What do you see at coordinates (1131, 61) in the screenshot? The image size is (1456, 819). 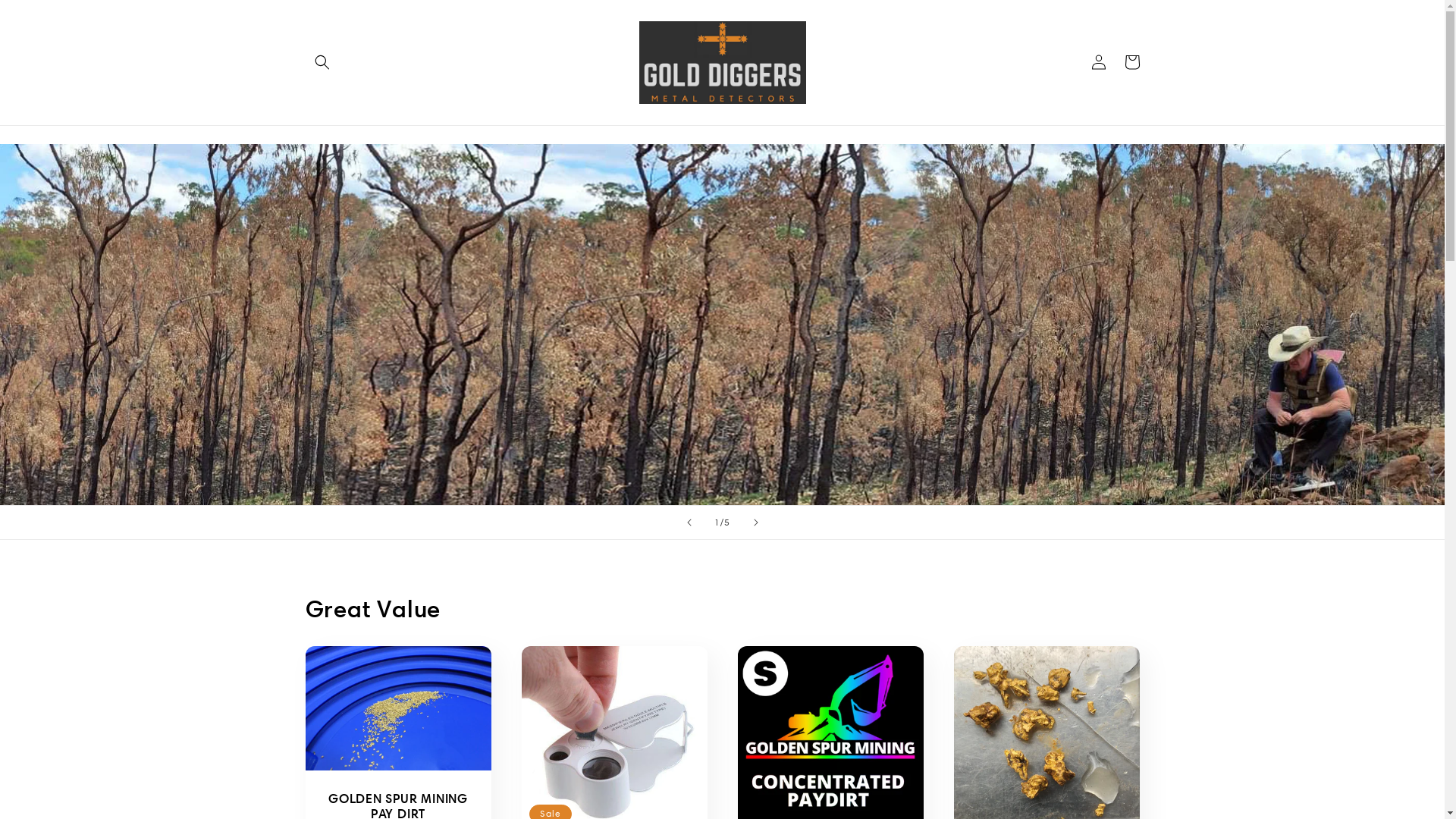 I see `'Cart'` at bounding box center [1131, 61].